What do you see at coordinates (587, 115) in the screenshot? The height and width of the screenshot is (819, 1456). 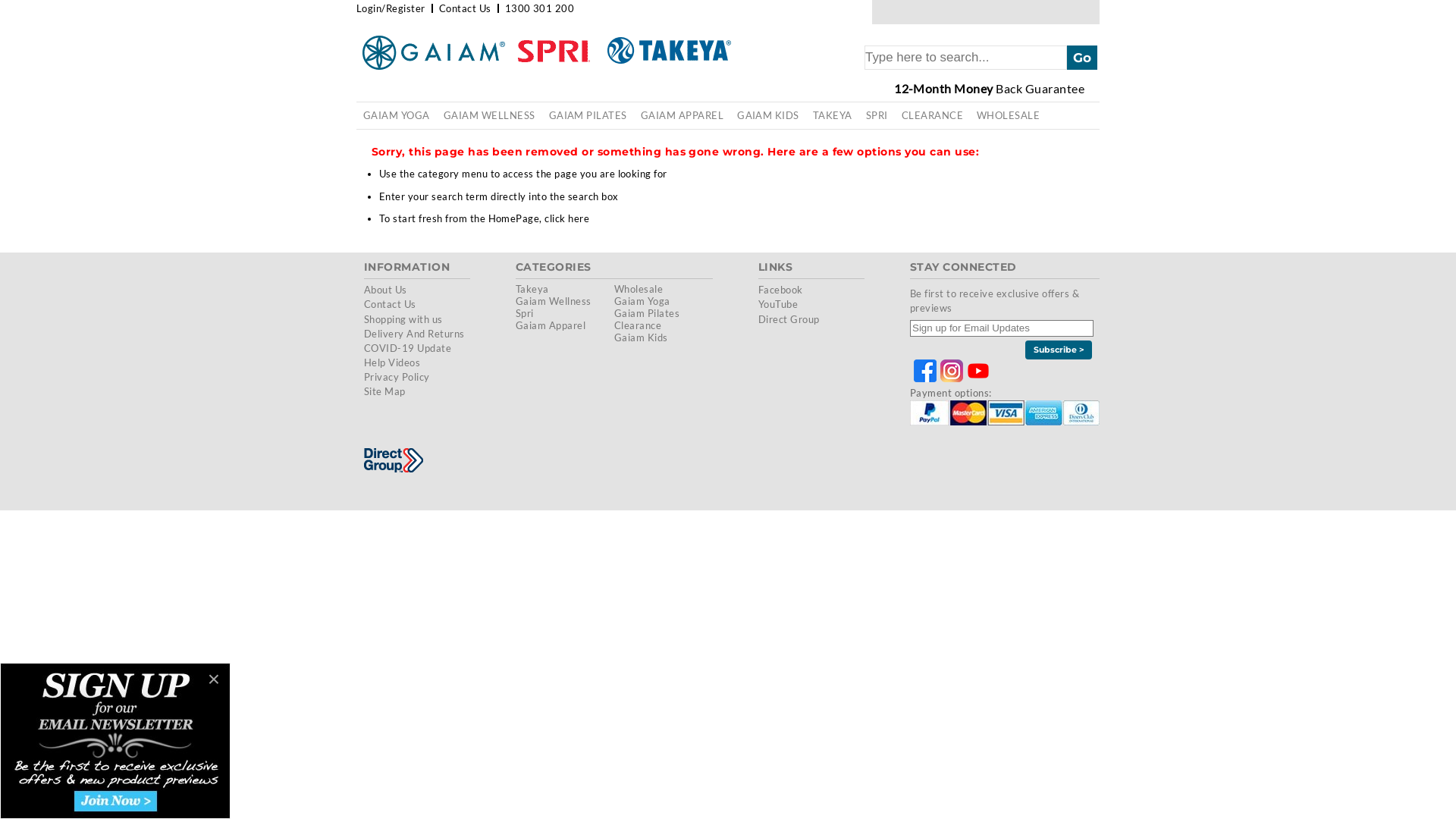 I see `'GAIAM PILATES'` at bounding box center [587, 115].